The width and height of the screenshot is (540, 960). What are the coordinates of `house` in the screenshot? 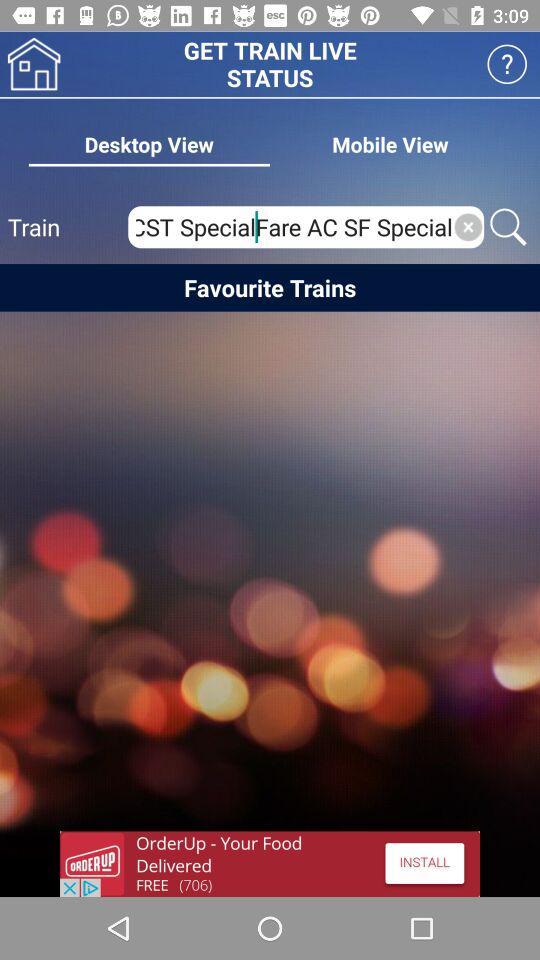 It's located at (33, 64).